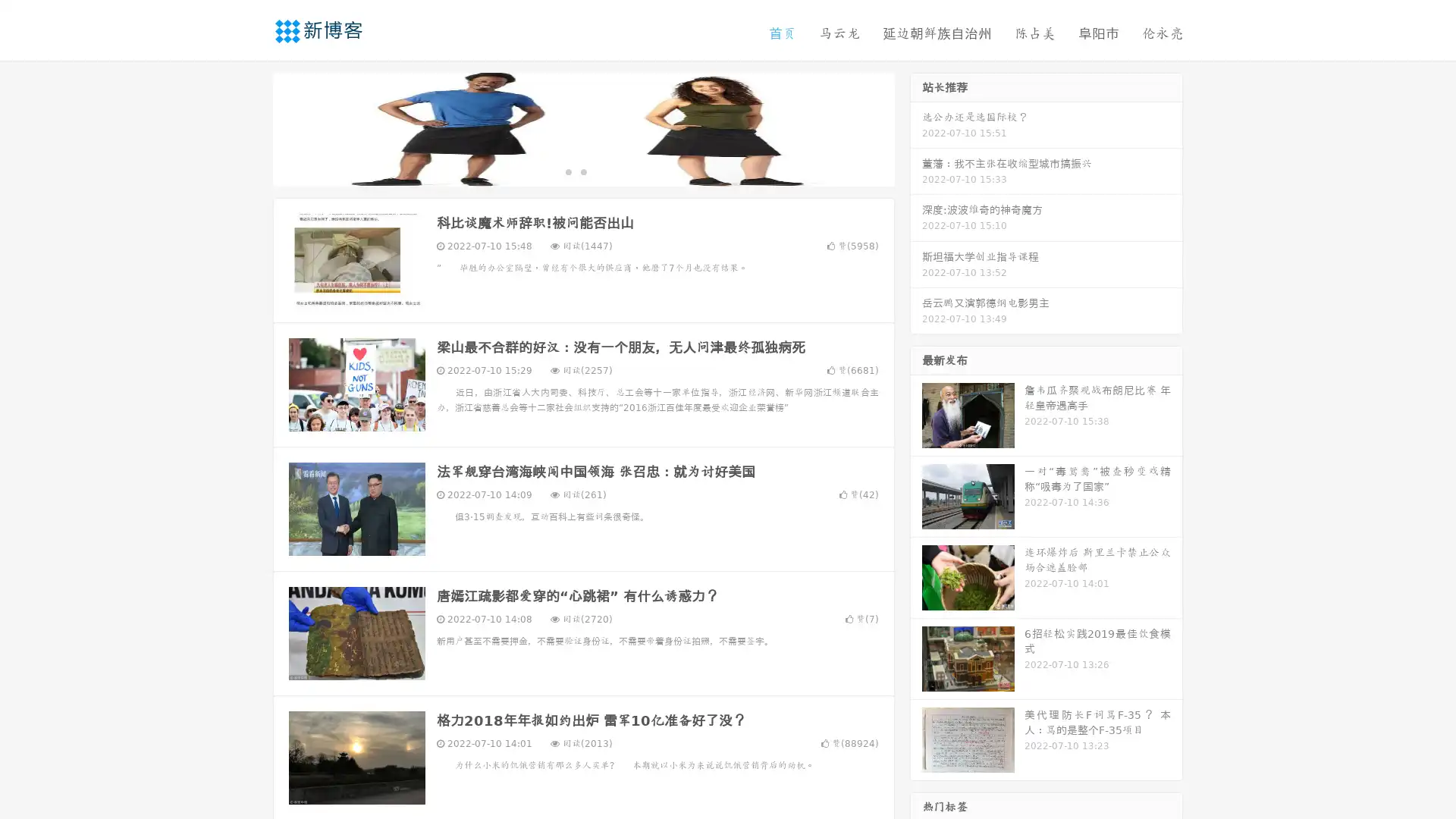 The width and height of the screenshot is (1456, 819). What do you see at coordinates (250, 127) in the screenshot?
I see `Previous slide` at bounding box center [250, 127].